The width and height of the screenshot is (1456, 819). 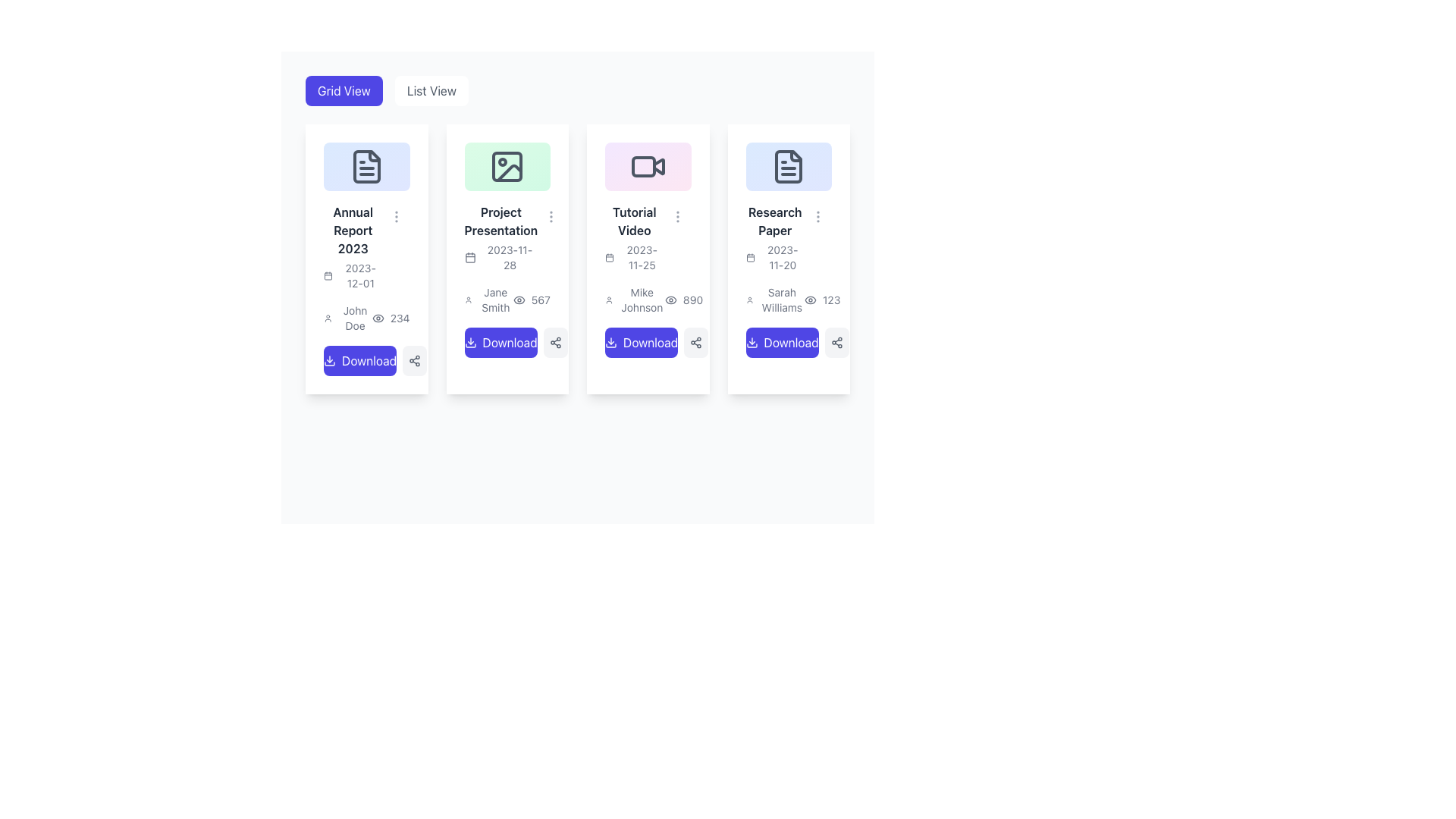 What do you see at coordinates (500, 237) in the screenshot?
I see `the text block containing 'Project Presentation' and '2023-11-28', which is part of the second card in a horizontally-arranged grid` at bounding box center [500, 237].